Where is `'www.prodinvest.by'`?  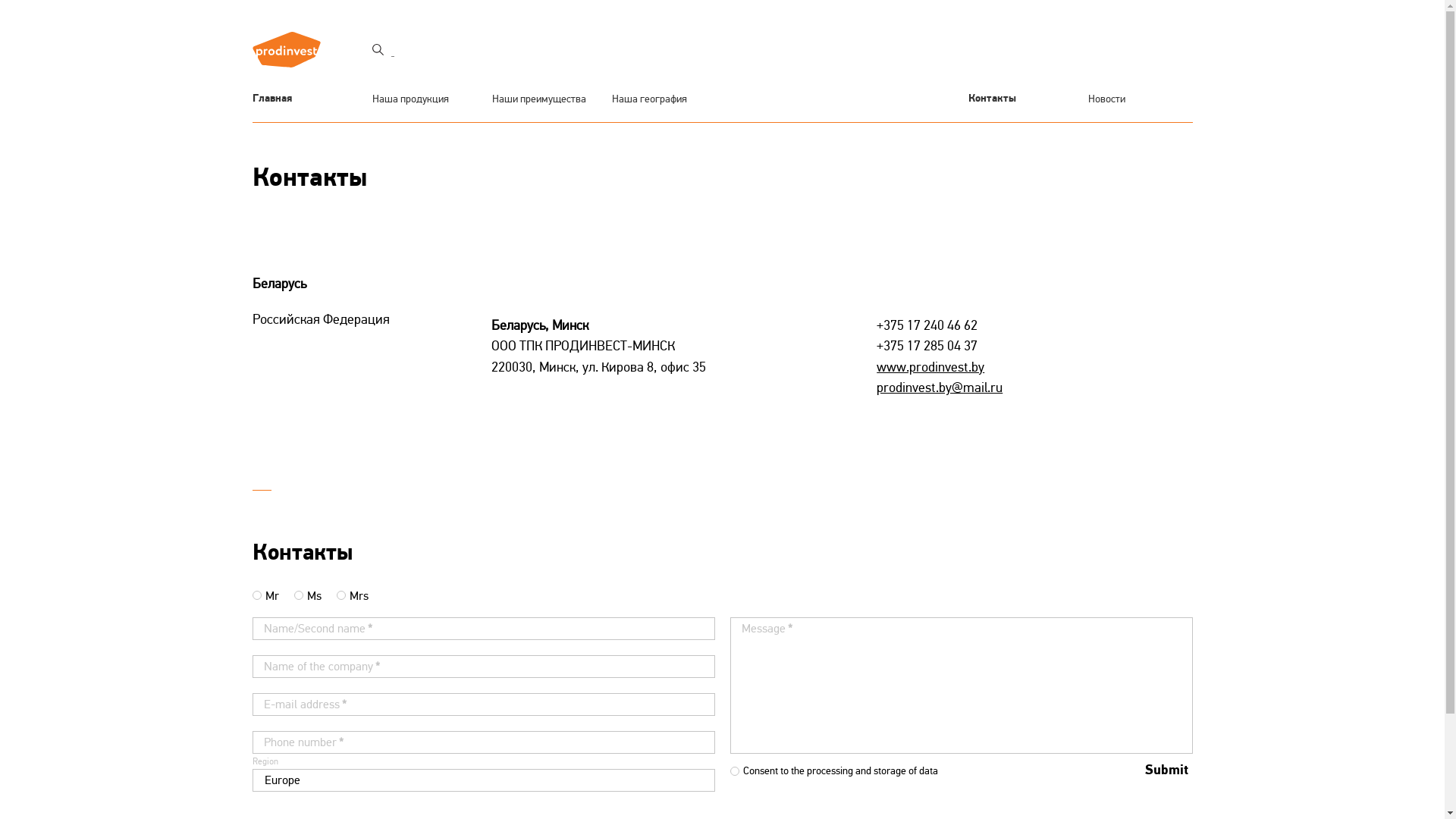
'www.prodinvest.by' is located at coordinates (930, 366).